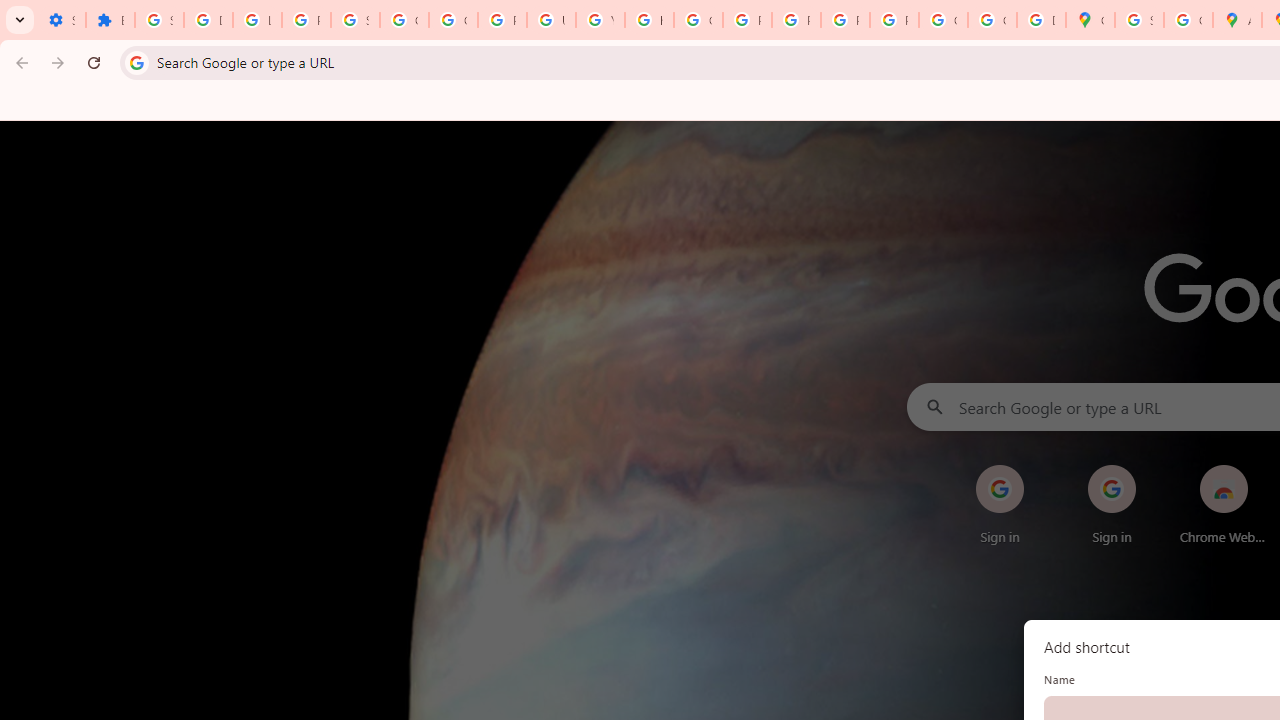 The height and width of the screenshot is (720, 1280). I want to click on 'Google Account Help', so click(403, 20).